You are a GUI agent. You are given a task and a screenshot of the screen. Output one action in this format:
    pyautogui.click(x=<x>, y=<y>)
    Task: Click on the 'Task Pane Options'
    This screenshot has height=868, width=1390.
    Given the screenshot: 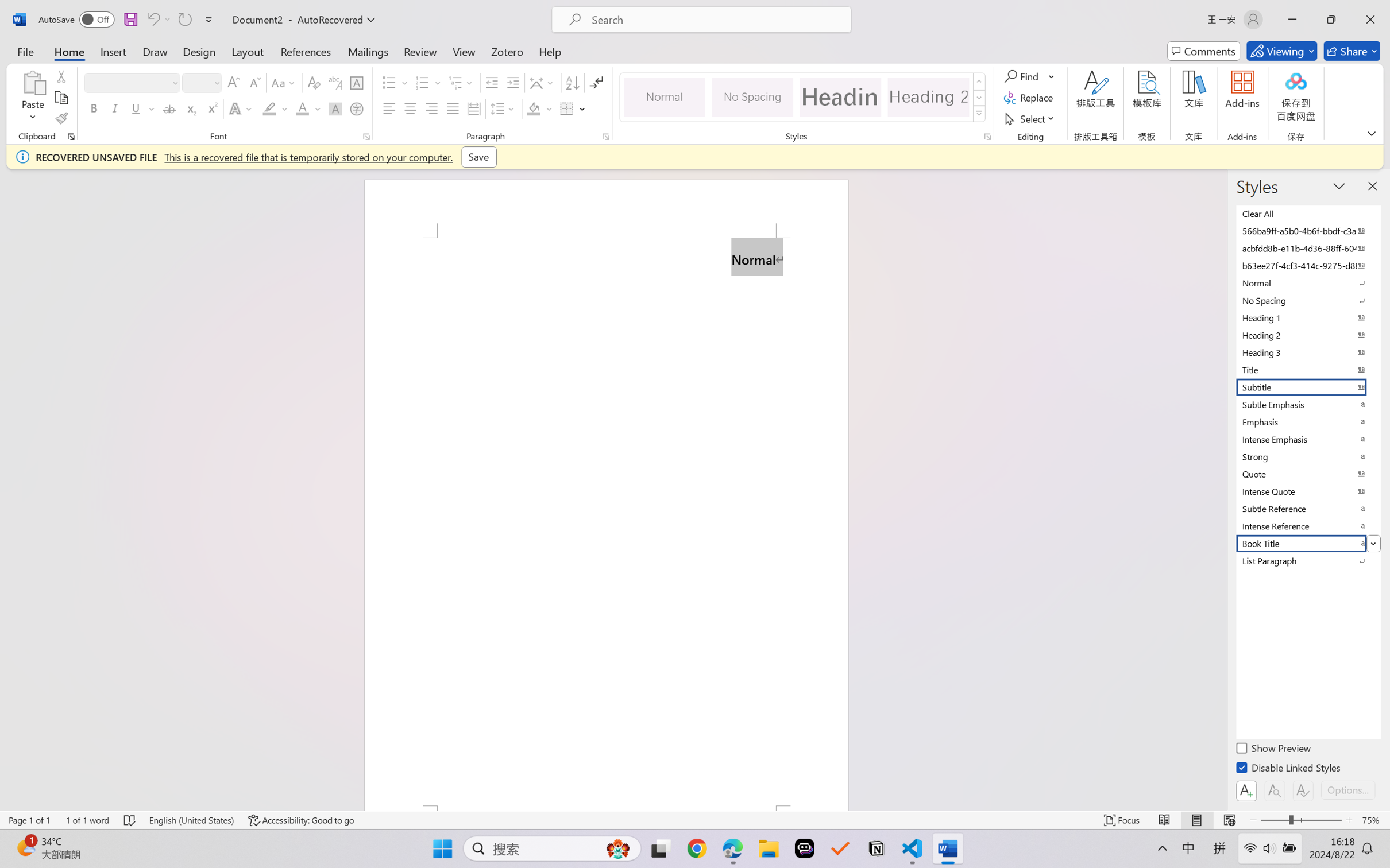 What is the action you would take?
    pyautogui.click(x=1339, y=185)
    